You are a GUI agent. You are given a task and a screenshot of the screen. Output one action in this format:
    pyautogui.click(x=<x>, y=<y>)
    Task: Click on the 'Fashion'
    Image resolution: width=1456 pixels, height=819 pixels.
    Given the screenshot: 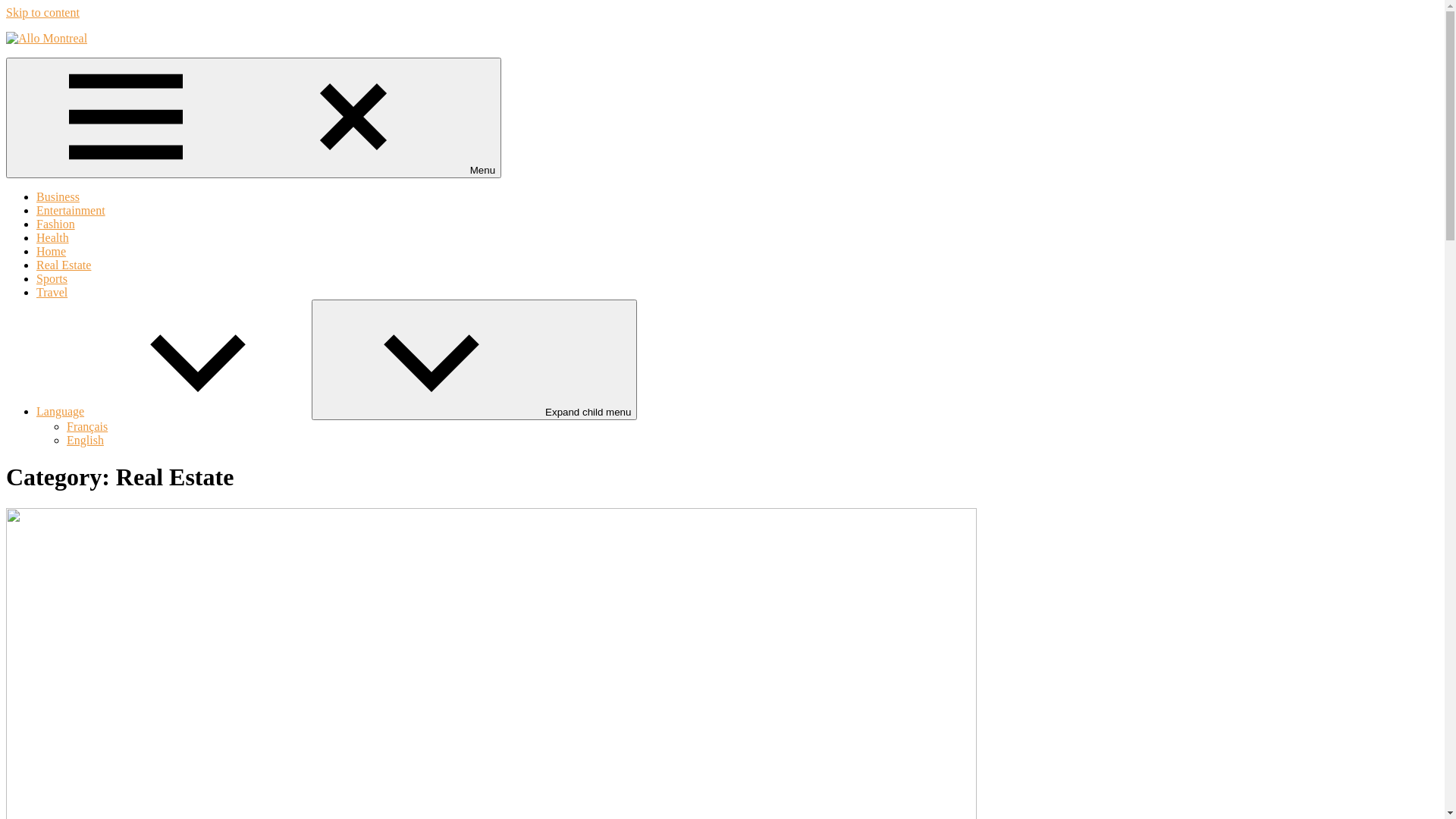 What is the action you would take?
    pyautogui.click(x=55, y=224)
    